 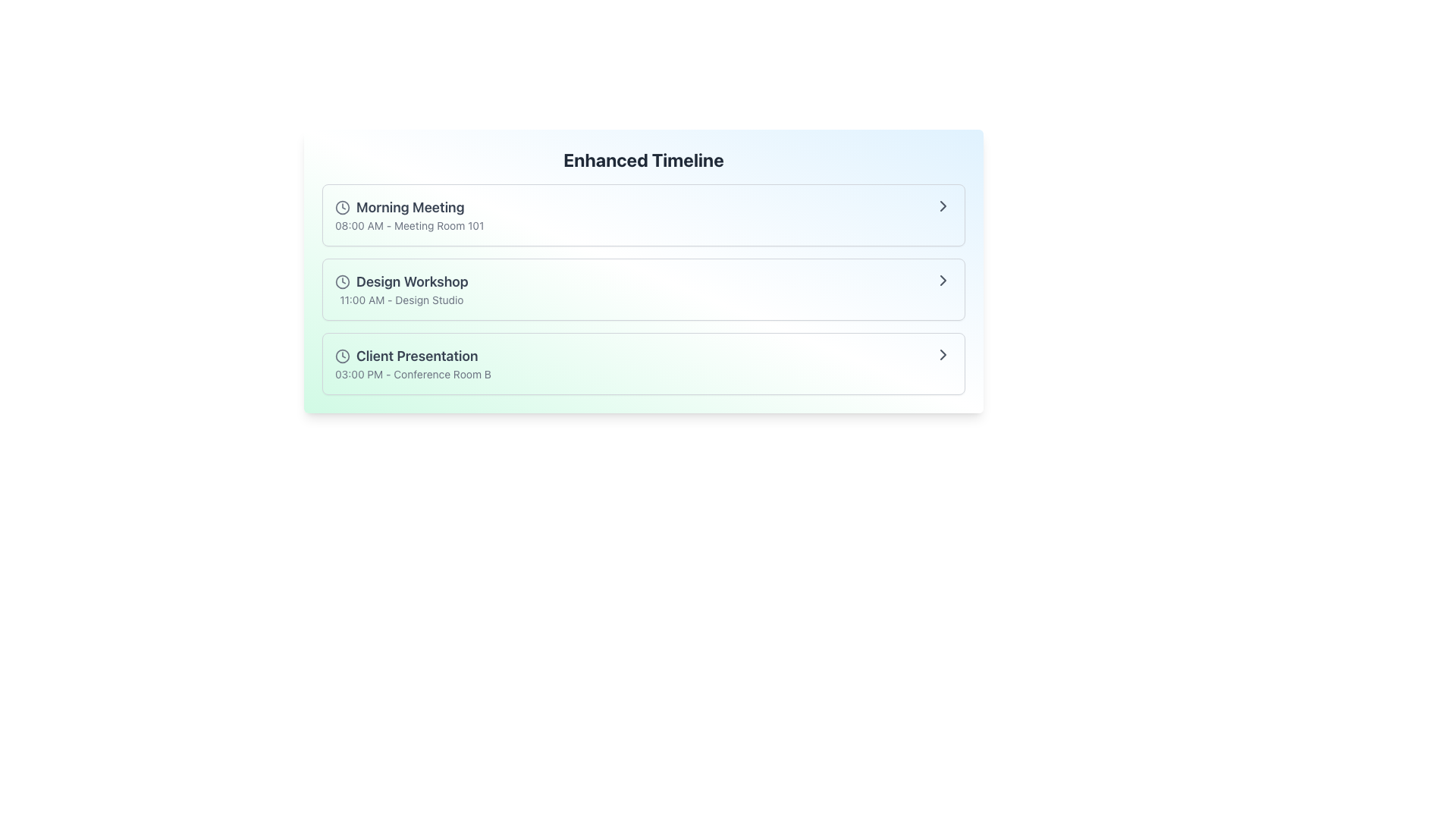 What do you see at coordinates (401, 300) in the screenshot?
I see `text content of the Text Label displaying '11:00 AM - Design Studio', which is located below the 'Design Workshop' item and next to a clock icon` at bounding box center [401, 300].